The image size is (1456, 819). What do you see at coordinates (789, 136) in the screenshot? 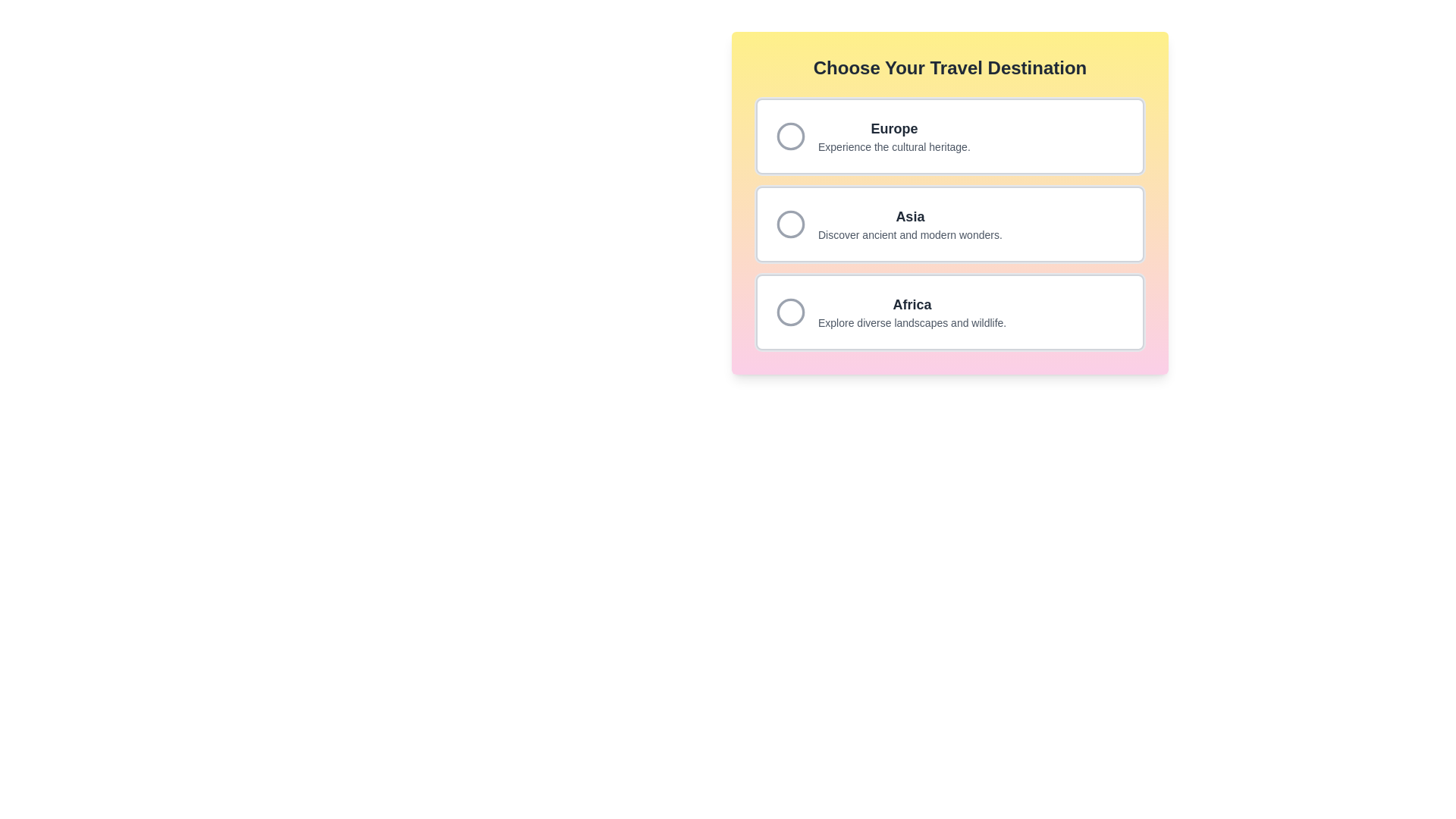
I see `the circular radio button for the 'Europe' travel destination option` at bounding box center [789, 136].